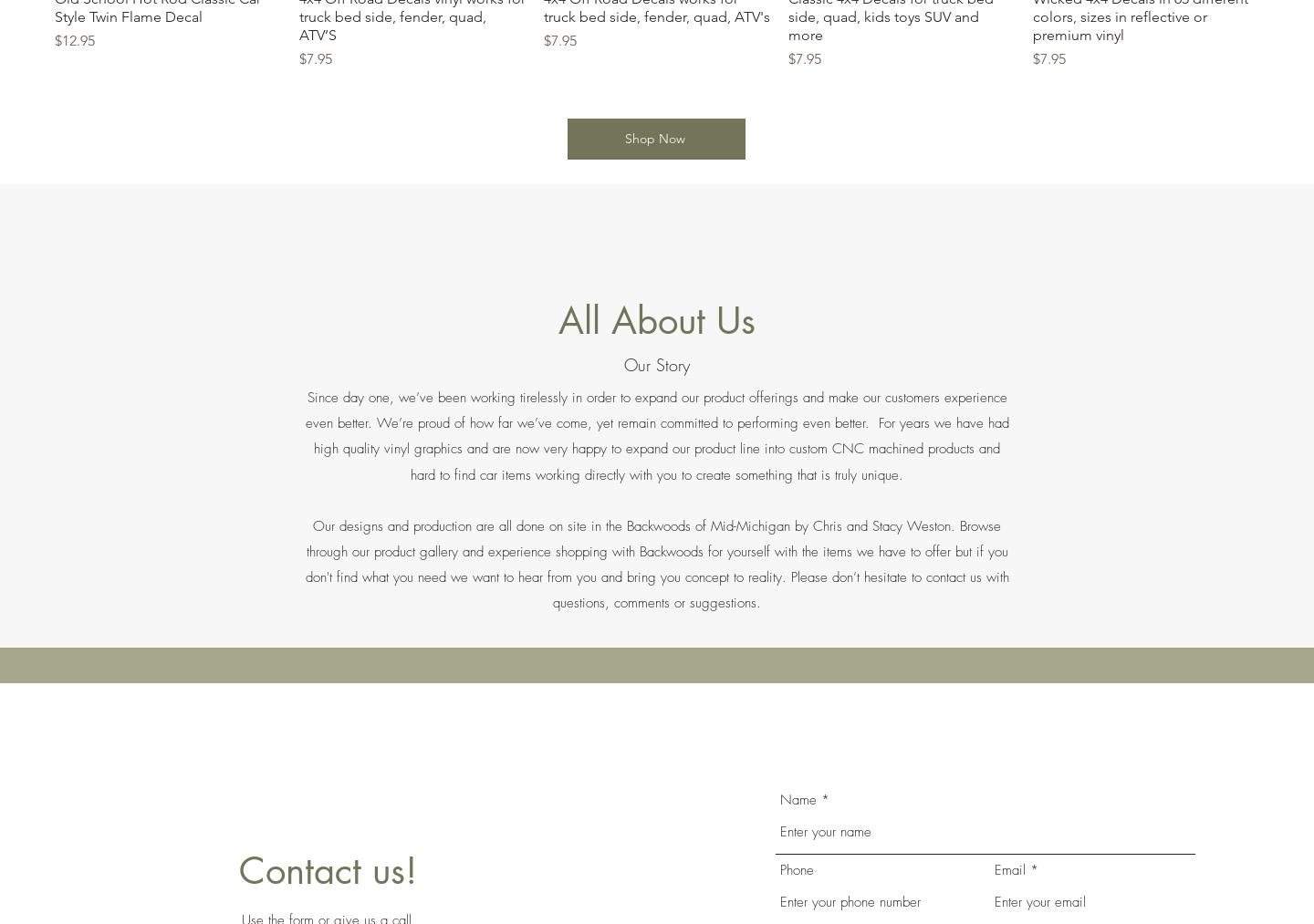 The width and height of the screenshot is (1314, 924). What do you see at coordinates (653, 138) in the screenshot?
I see `'Shop Now'` at bounding box center [653, 138].